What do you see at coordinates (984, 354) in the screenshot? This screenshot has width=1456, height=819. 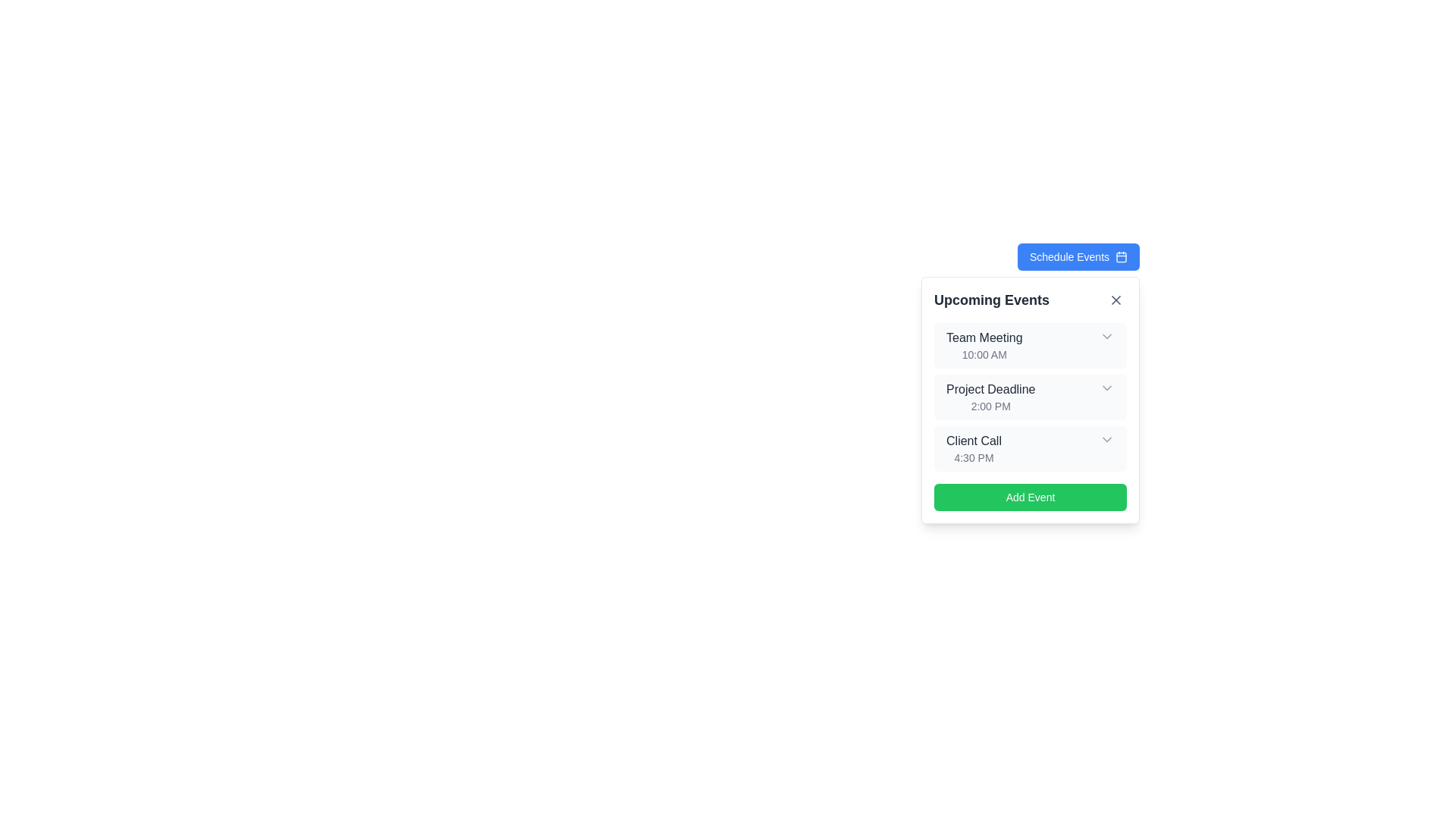 I see `the Text Label displaying the scheduled time for the 'Team Meeting' event located in the right panel under 'Upcoming Events.'` at bounding box center [984, 354].